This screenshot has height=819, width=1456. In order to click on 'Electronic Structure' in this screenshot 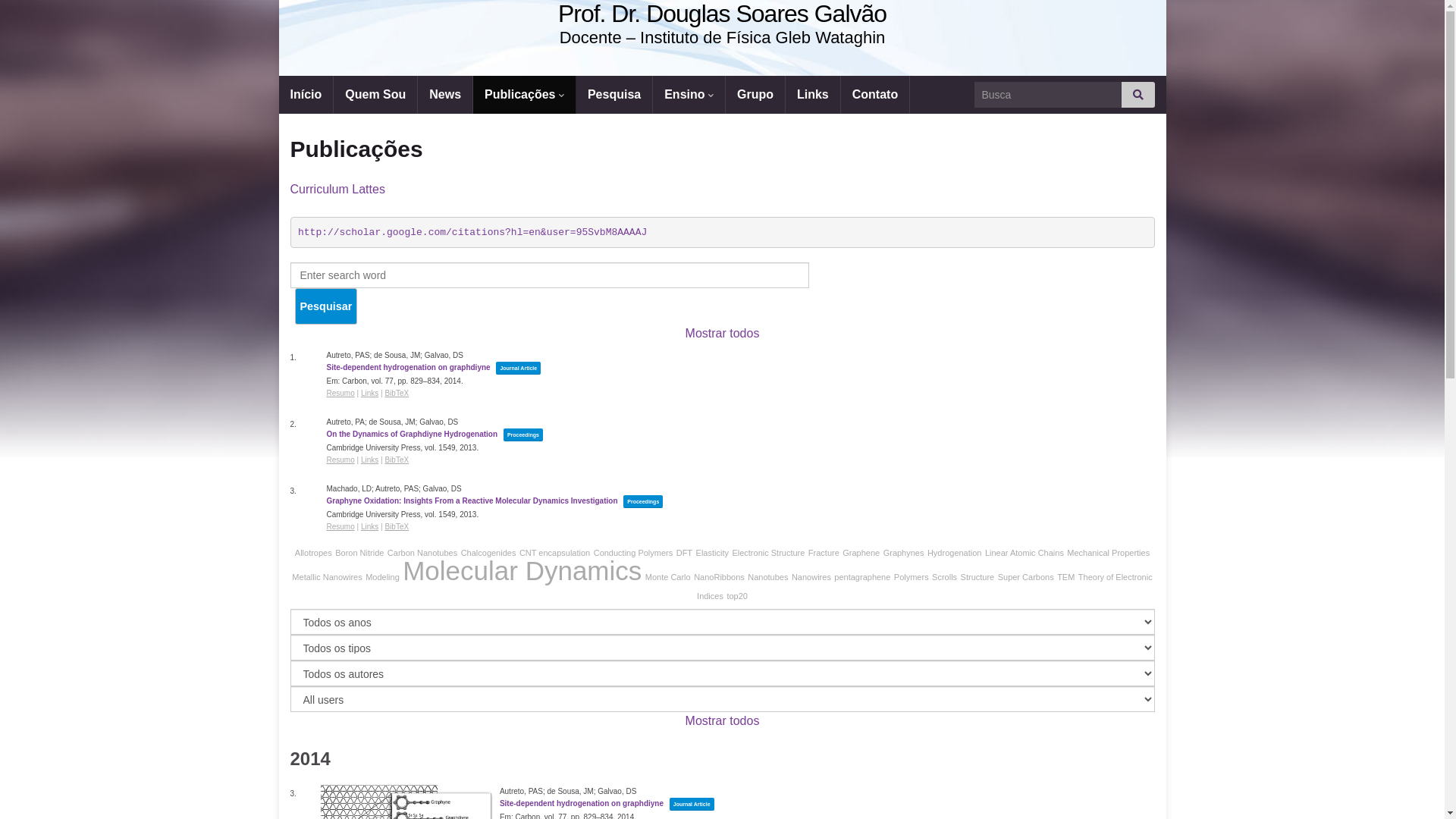, I will do `click(767, 553)`.